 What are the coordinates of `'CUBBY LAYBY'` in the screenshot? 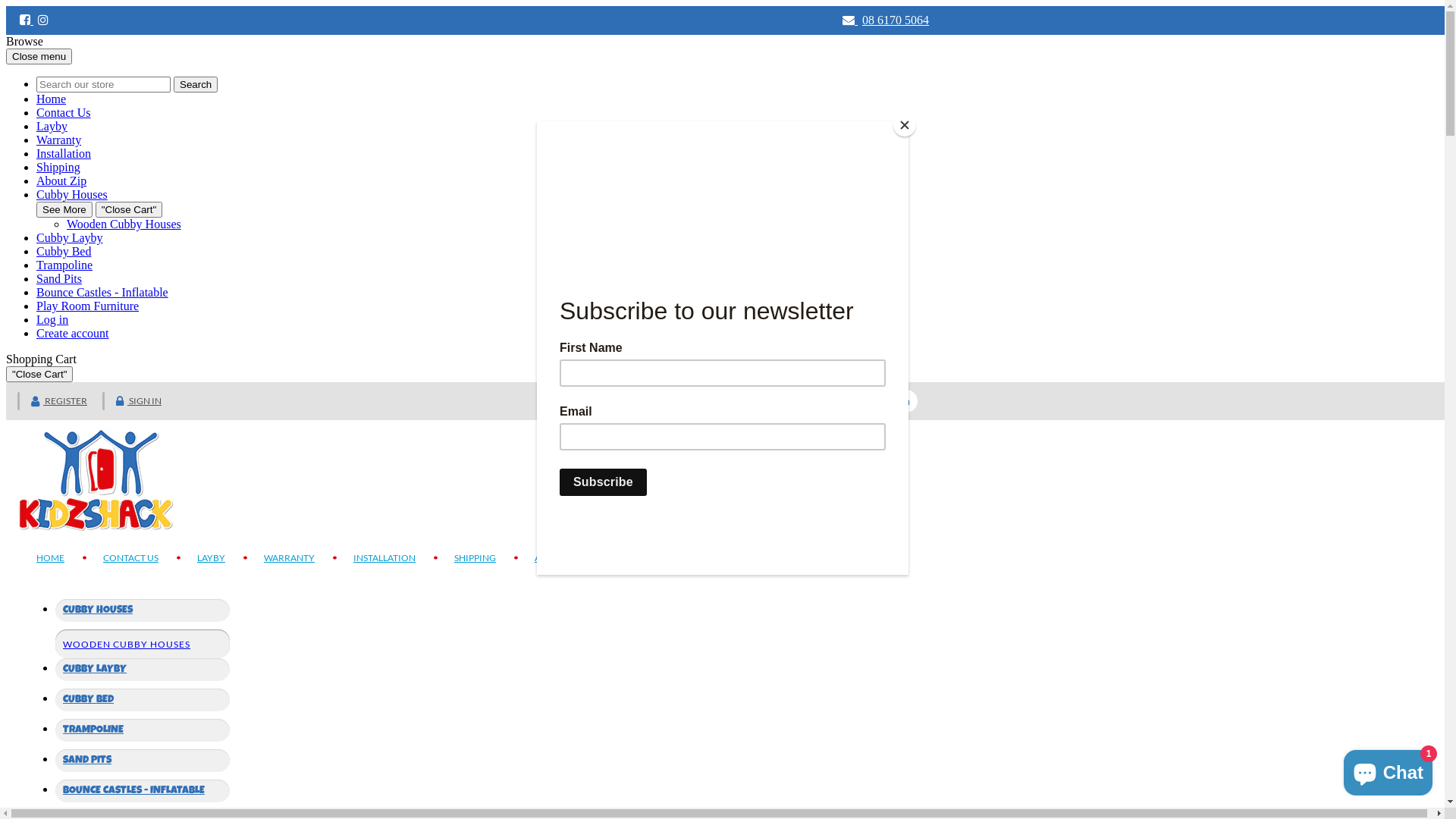 It's located at (142, 669).